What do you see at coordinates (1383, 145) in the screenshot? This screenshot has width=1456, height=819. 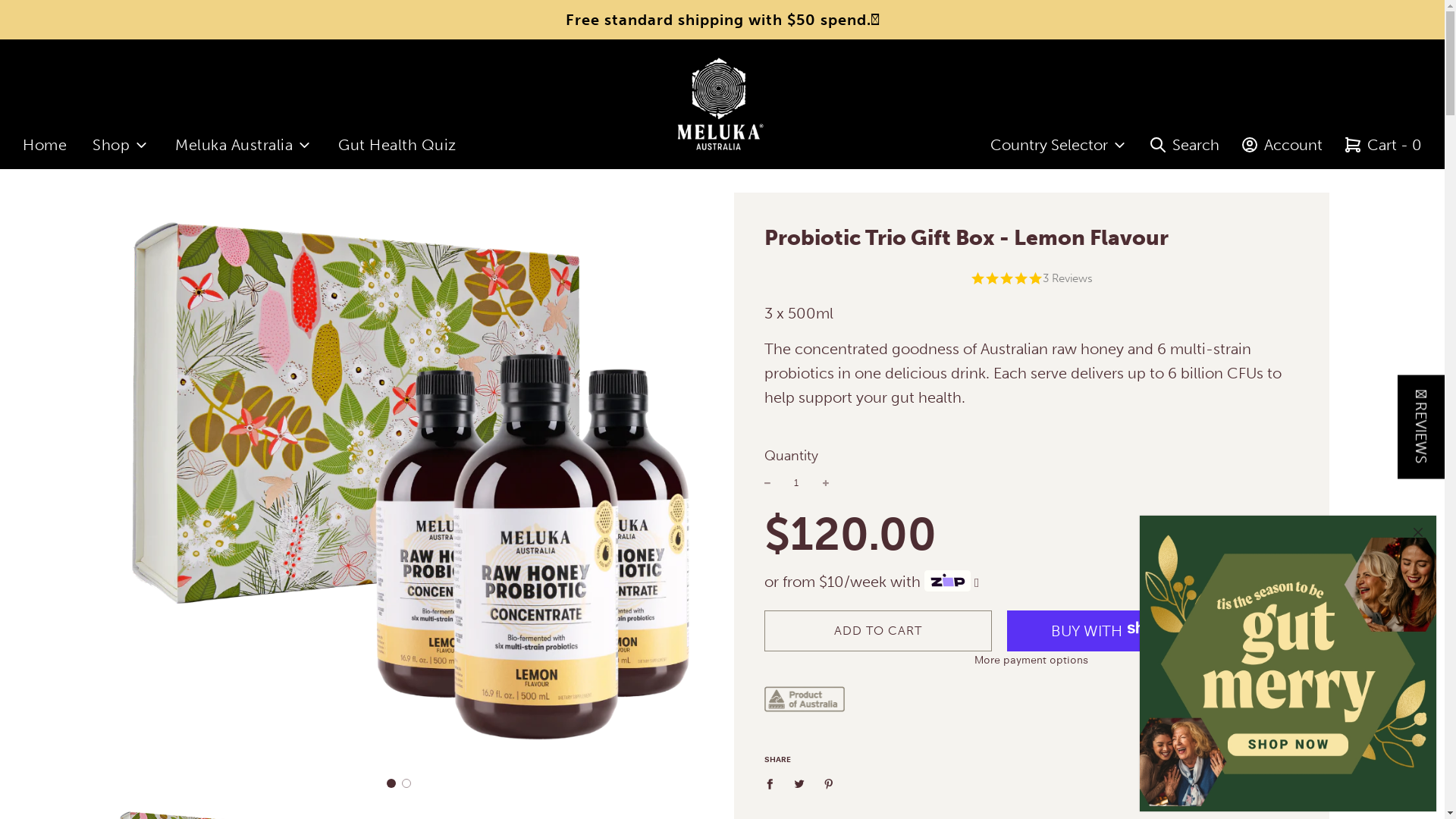 I see `'Cart - 0'` at bounding box center [1383, 145].